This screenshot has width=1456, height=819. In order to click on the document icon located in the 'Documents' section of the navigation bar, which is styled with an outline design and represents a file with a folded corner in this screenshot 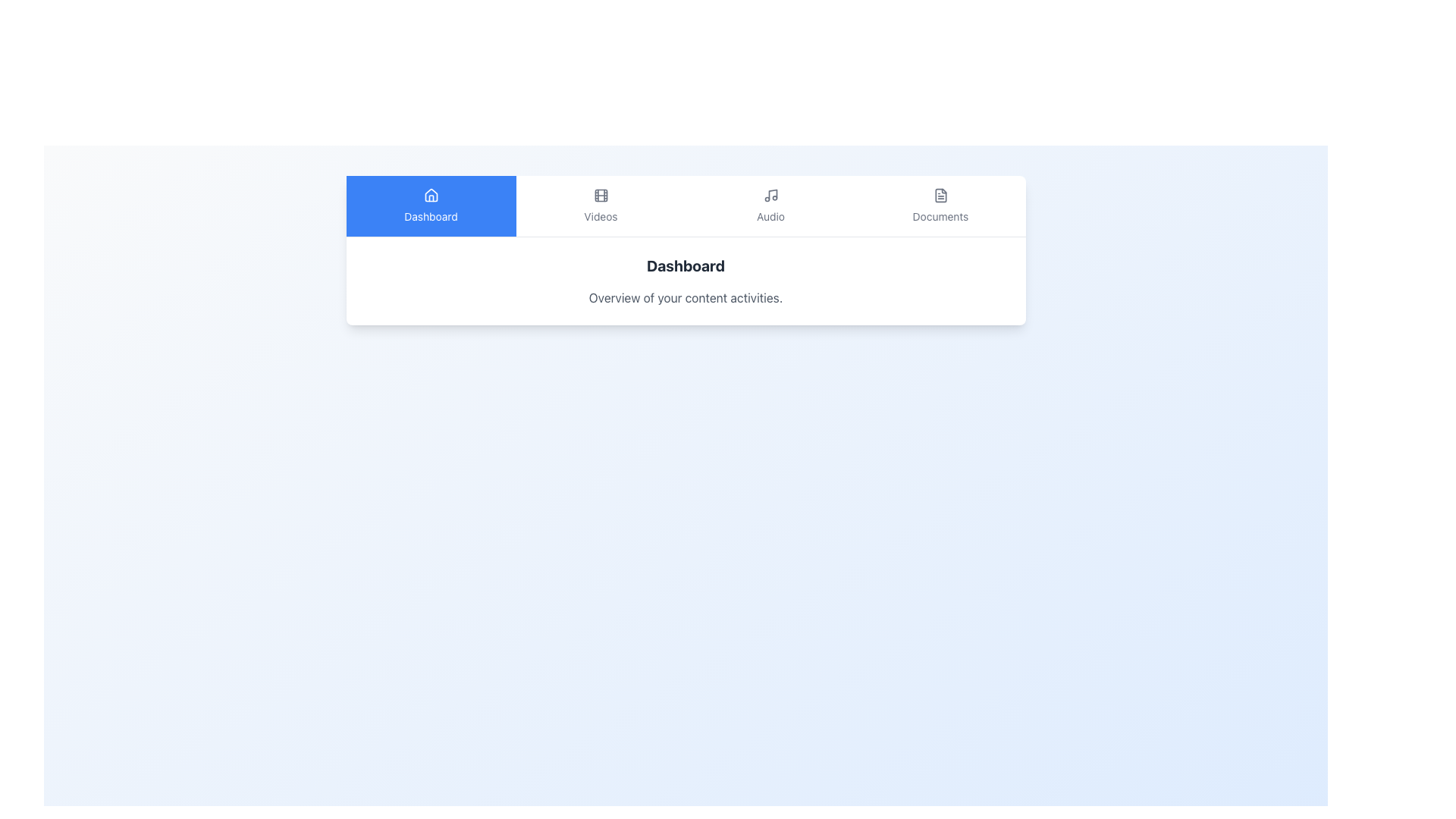, I will do `click(940, 195)`.